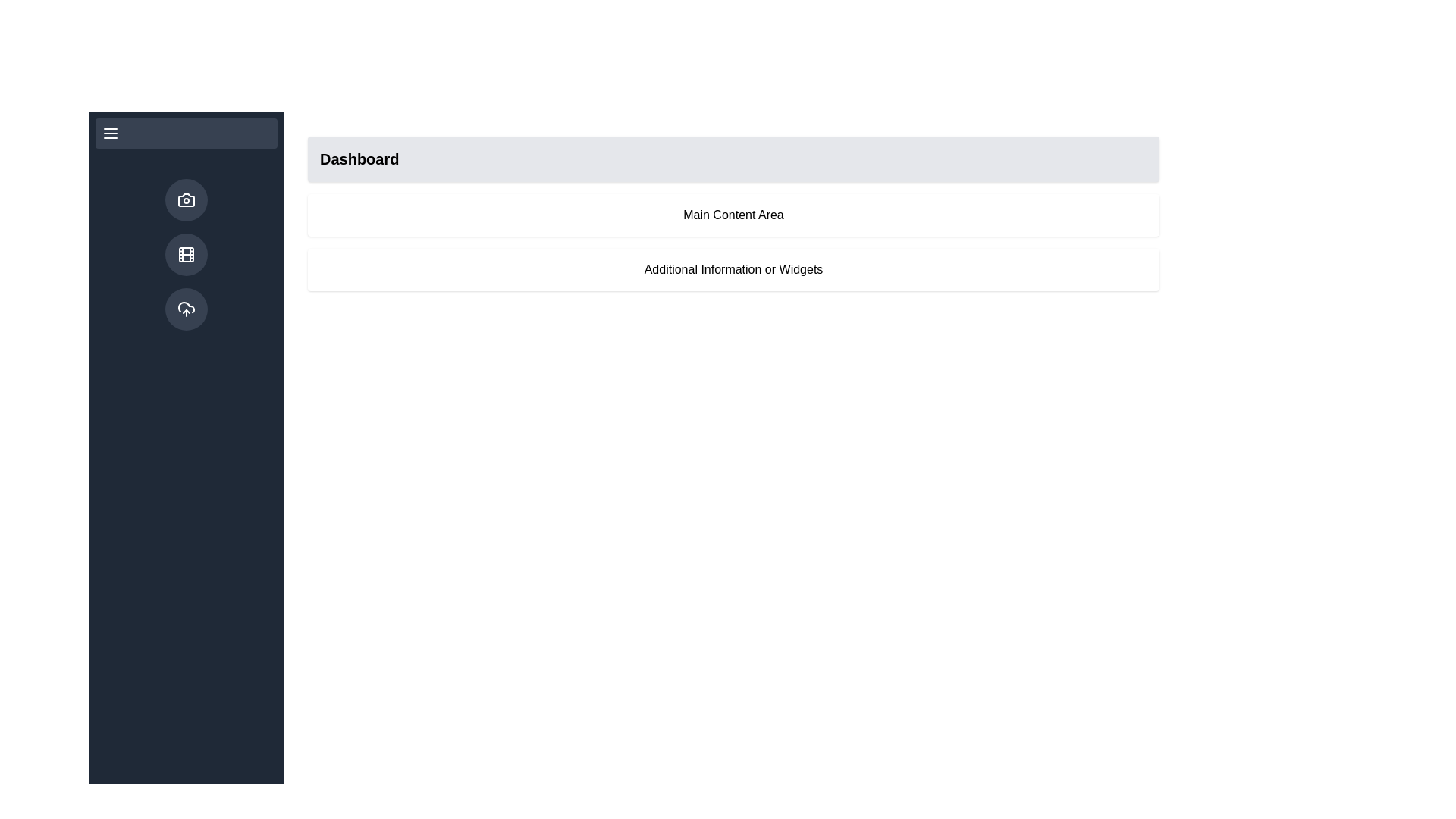  I want to click on the circular button containing the white filmstrip icon, so click(185, 253).